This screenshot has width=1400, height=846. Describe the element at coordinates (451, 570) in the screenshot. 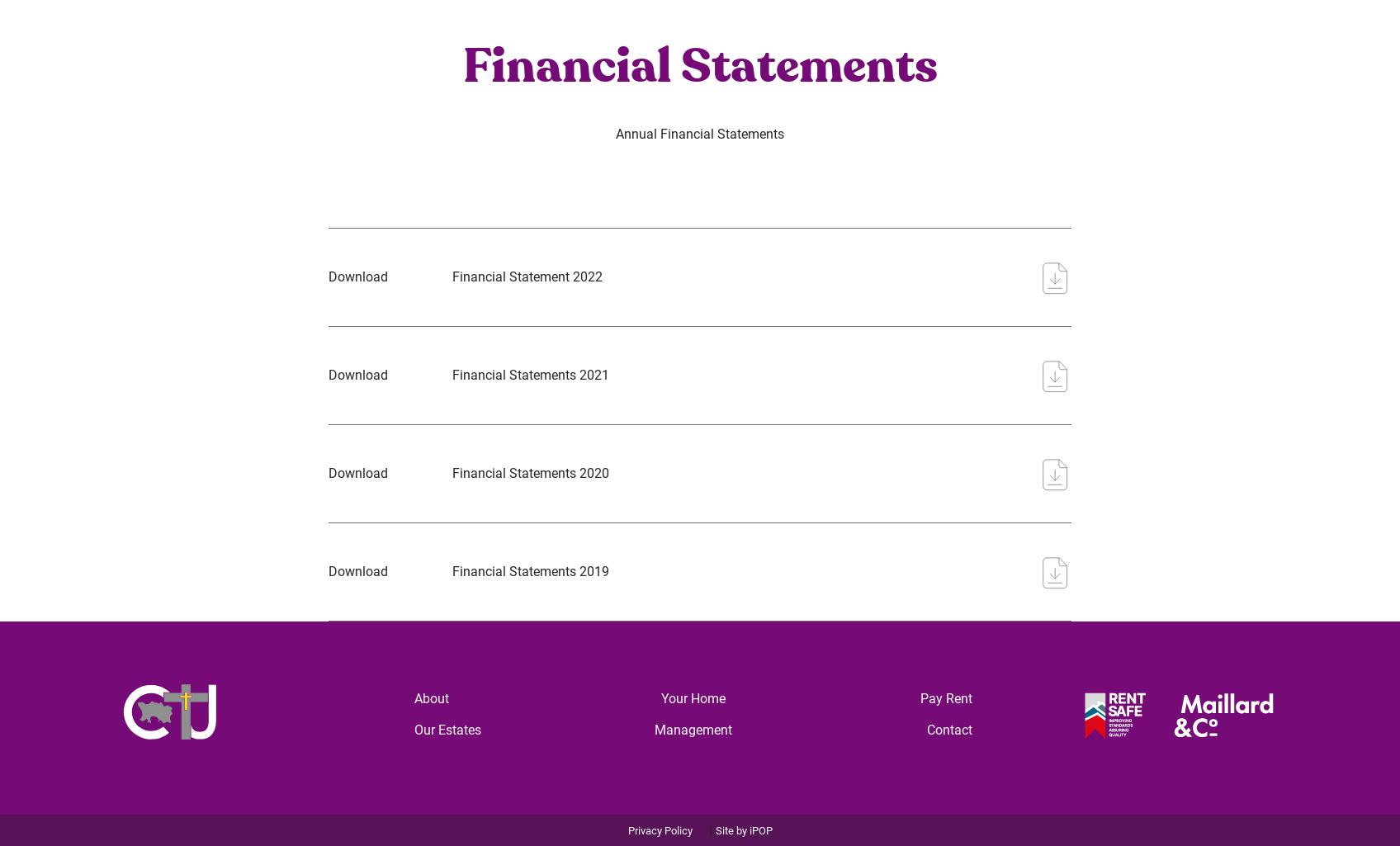

I see `'Financial Statements 2019'` at that location.